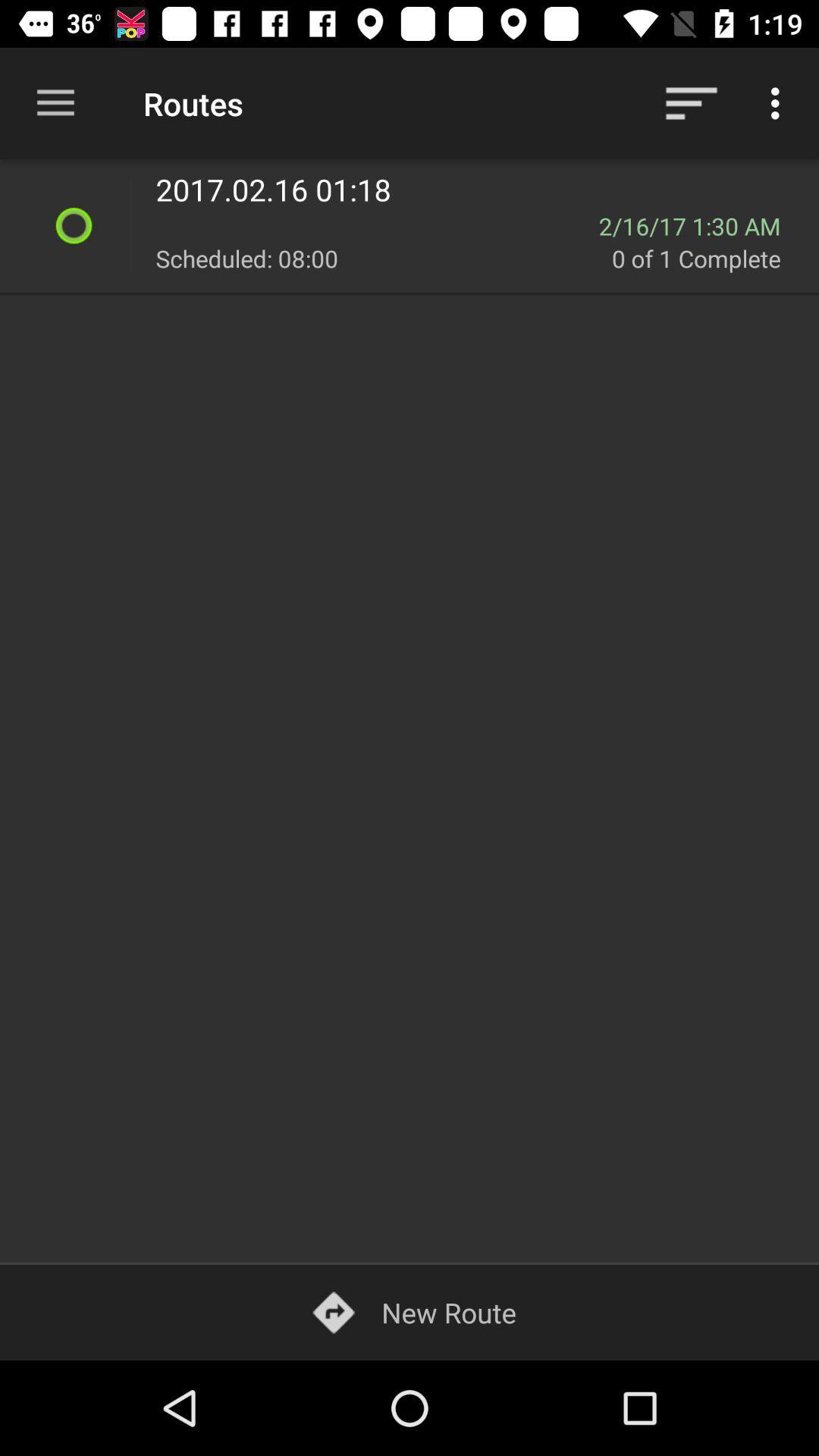 Image resolution: width=819 pixels, height=1456 pixels. Describe the element at coordinates (376, 225) in the screenshot. I see `icon to the left of 2 16 17 item` at that location.